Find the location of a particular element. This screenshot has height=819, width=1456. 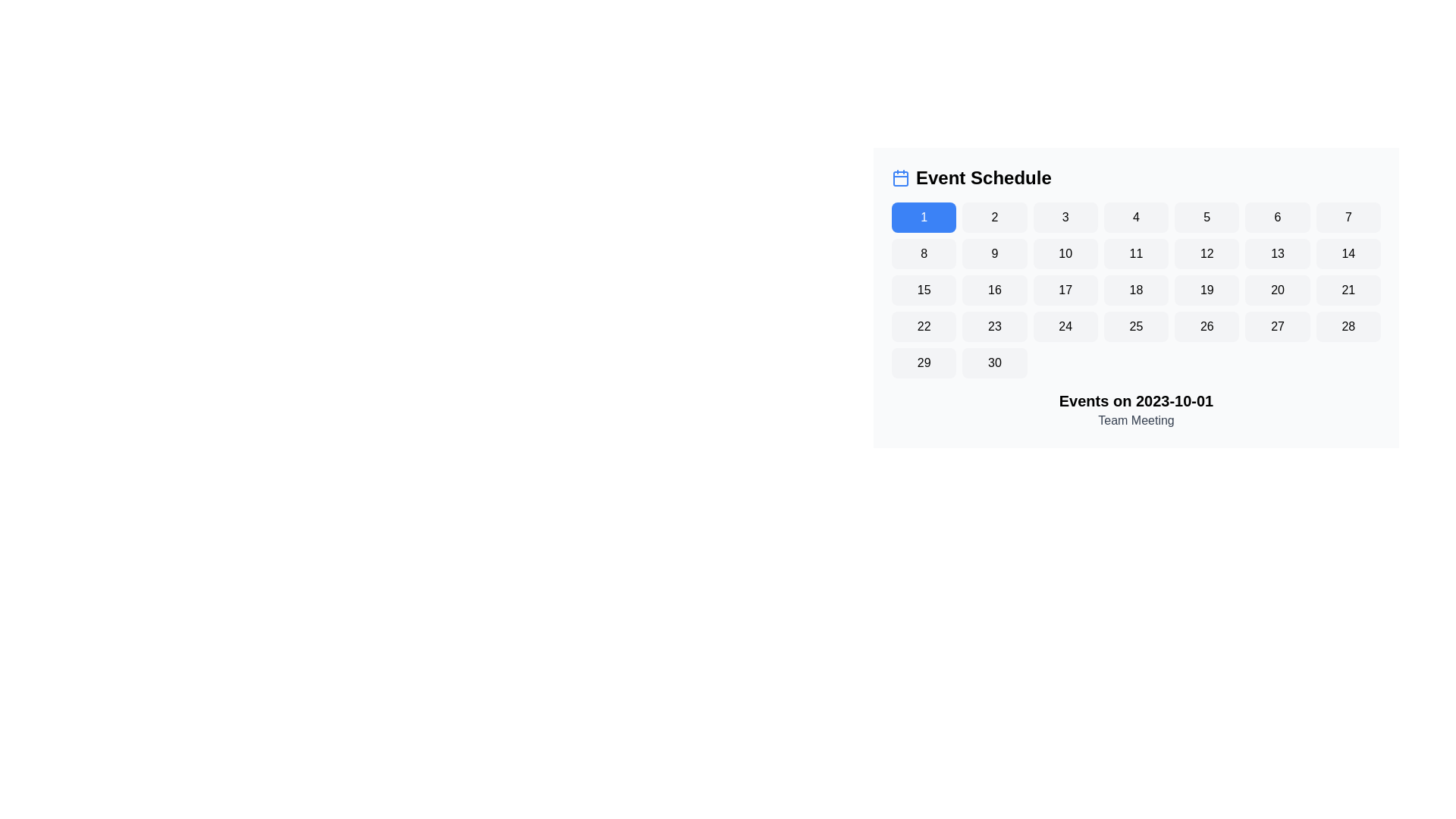

the selectable day button in the calendar interface located in the third row and fourth column is located at coordinates (1136, 290).